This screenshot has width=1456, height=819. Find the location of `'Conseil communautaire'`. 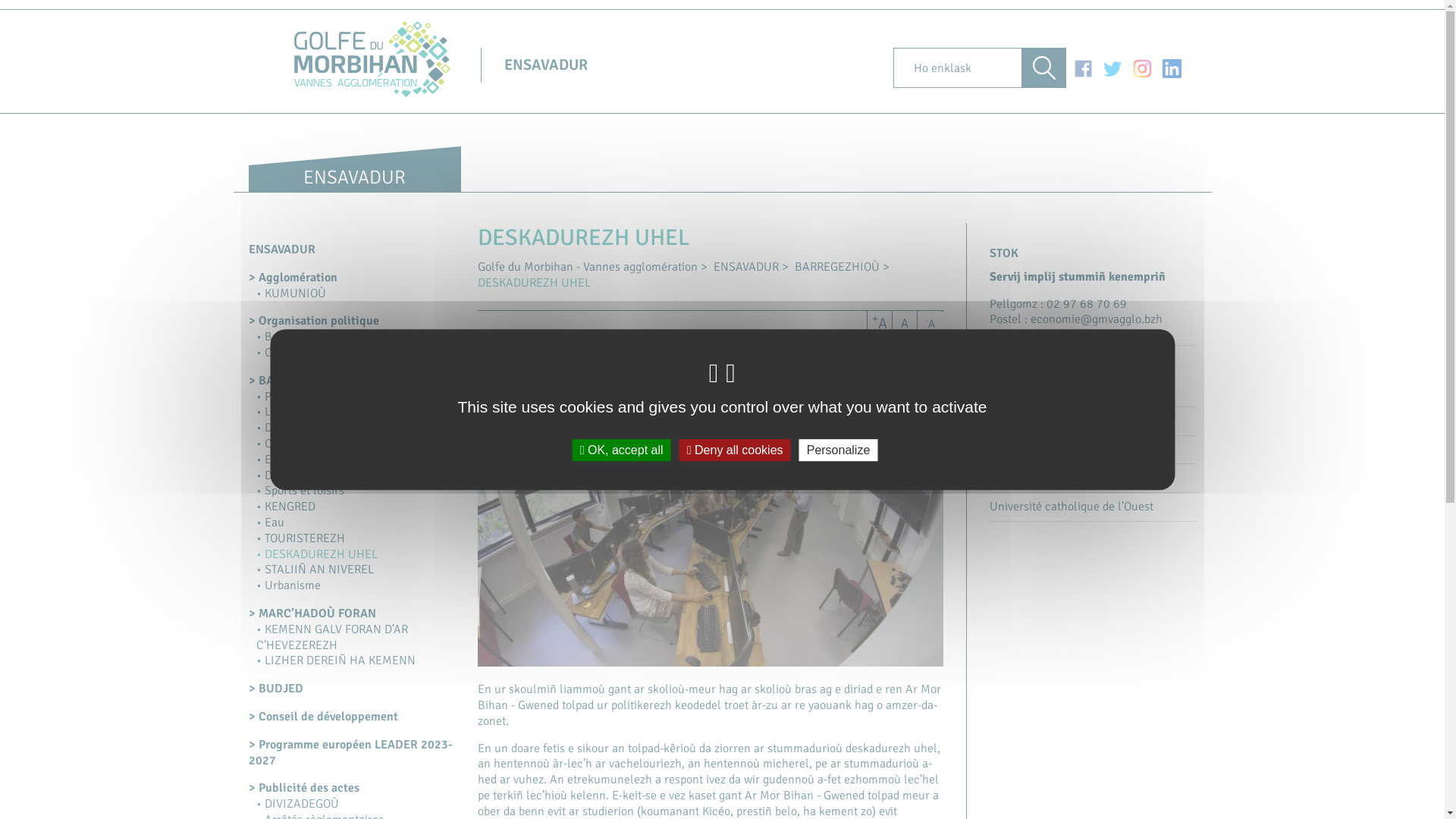

'Conseil communautaire' is located at coordinates (322, 353).